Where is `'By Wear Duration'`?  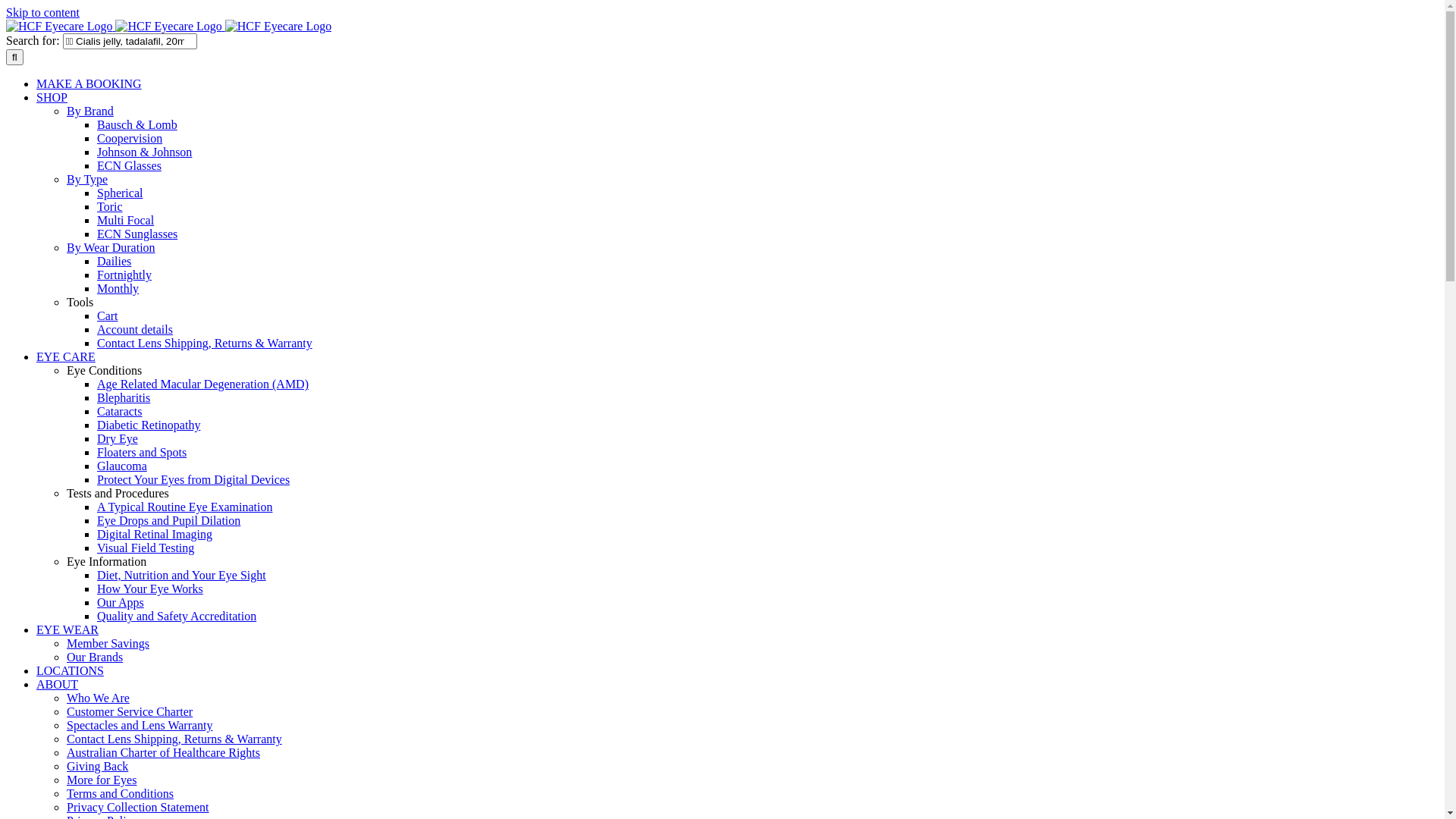 'By Wear Duration' is located at coordinates (110, 246).